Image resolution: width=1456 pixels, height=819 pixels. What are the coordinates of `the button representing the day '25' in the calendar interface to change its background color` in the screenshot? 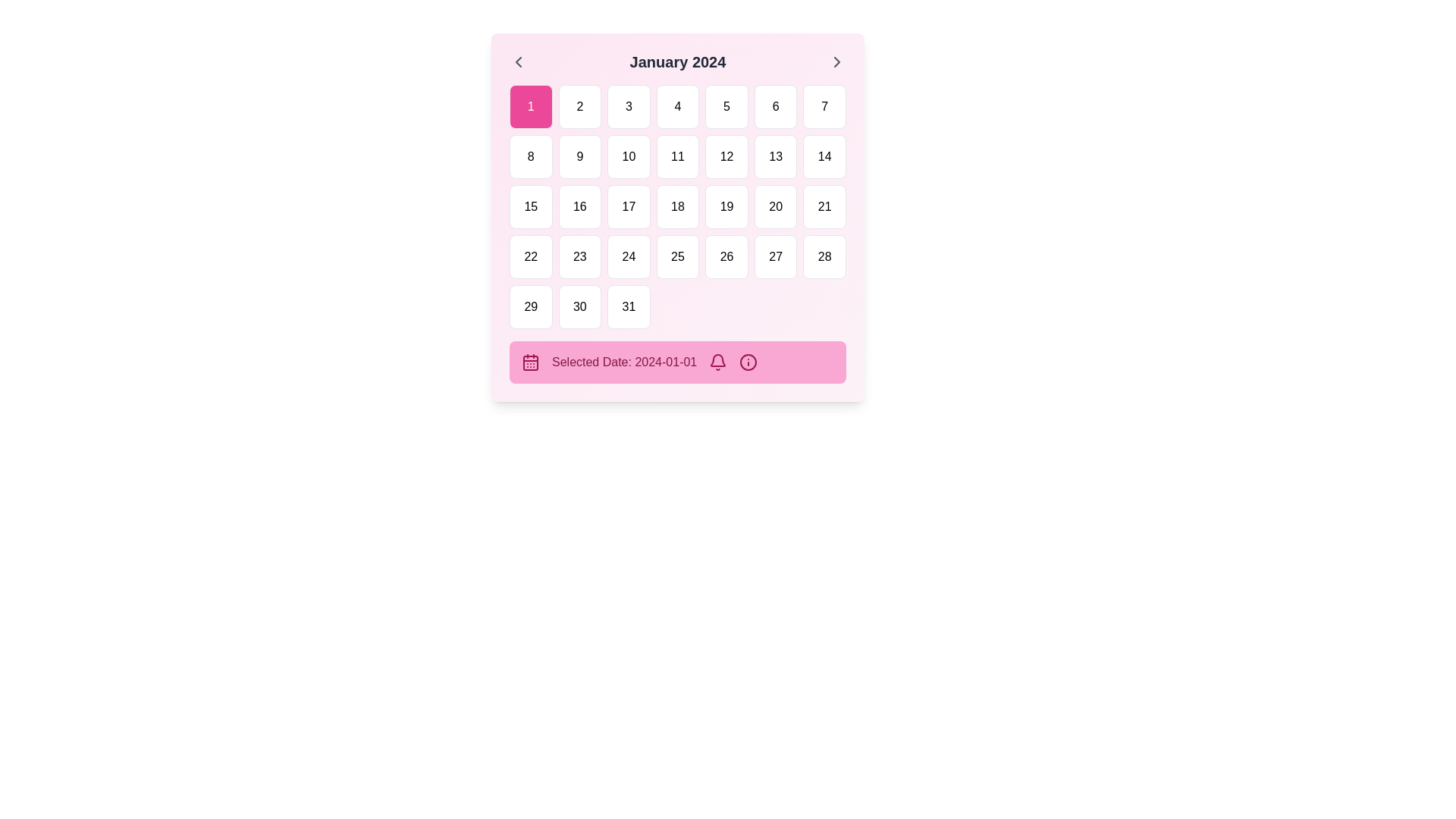 It's located at (676, 256).